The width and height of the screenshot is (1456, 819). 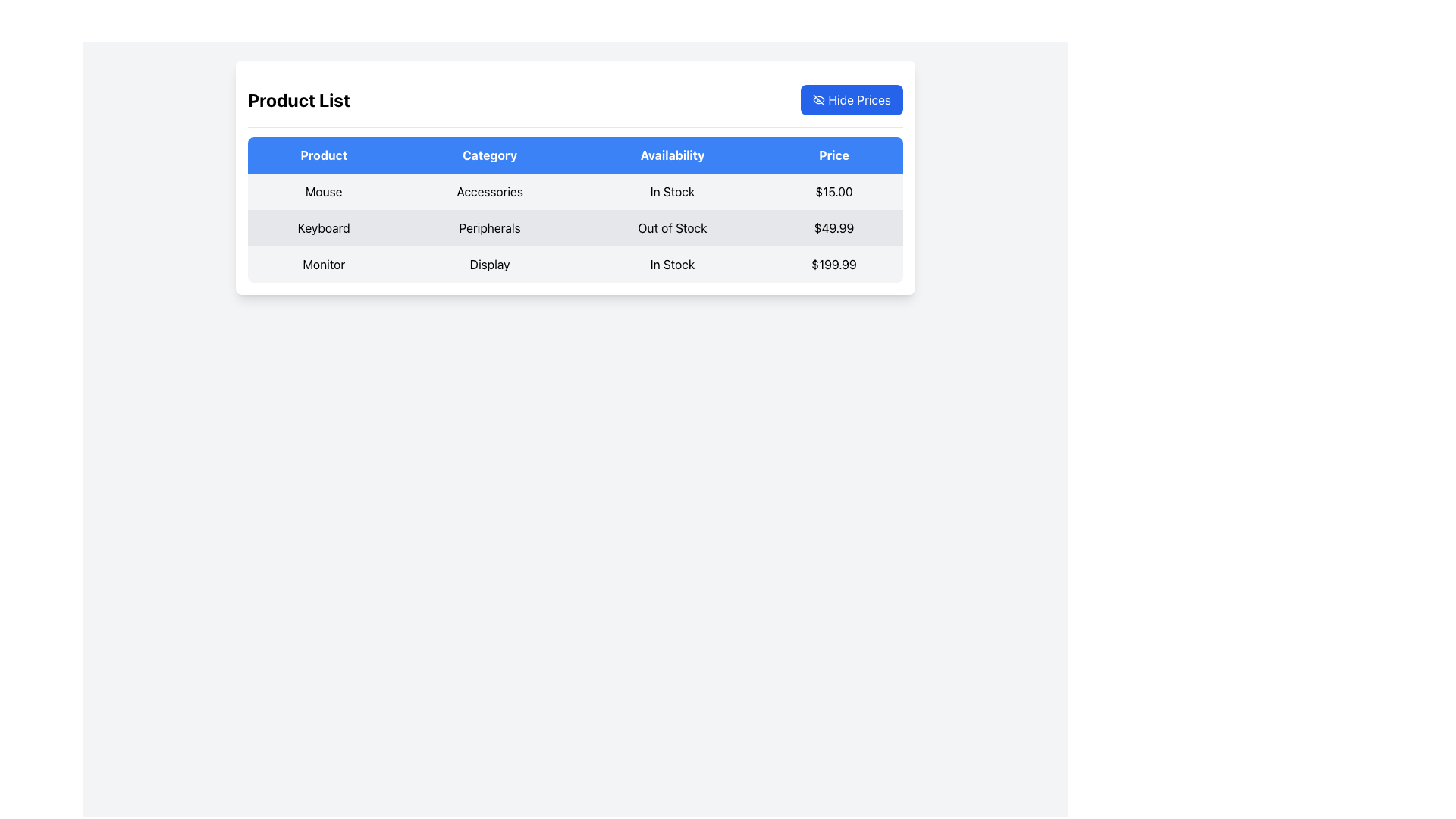 I want to click on information displayed in the third row of the 'Product List' table, which includes product name, category, availability, and price, so click(x=574, y=263).